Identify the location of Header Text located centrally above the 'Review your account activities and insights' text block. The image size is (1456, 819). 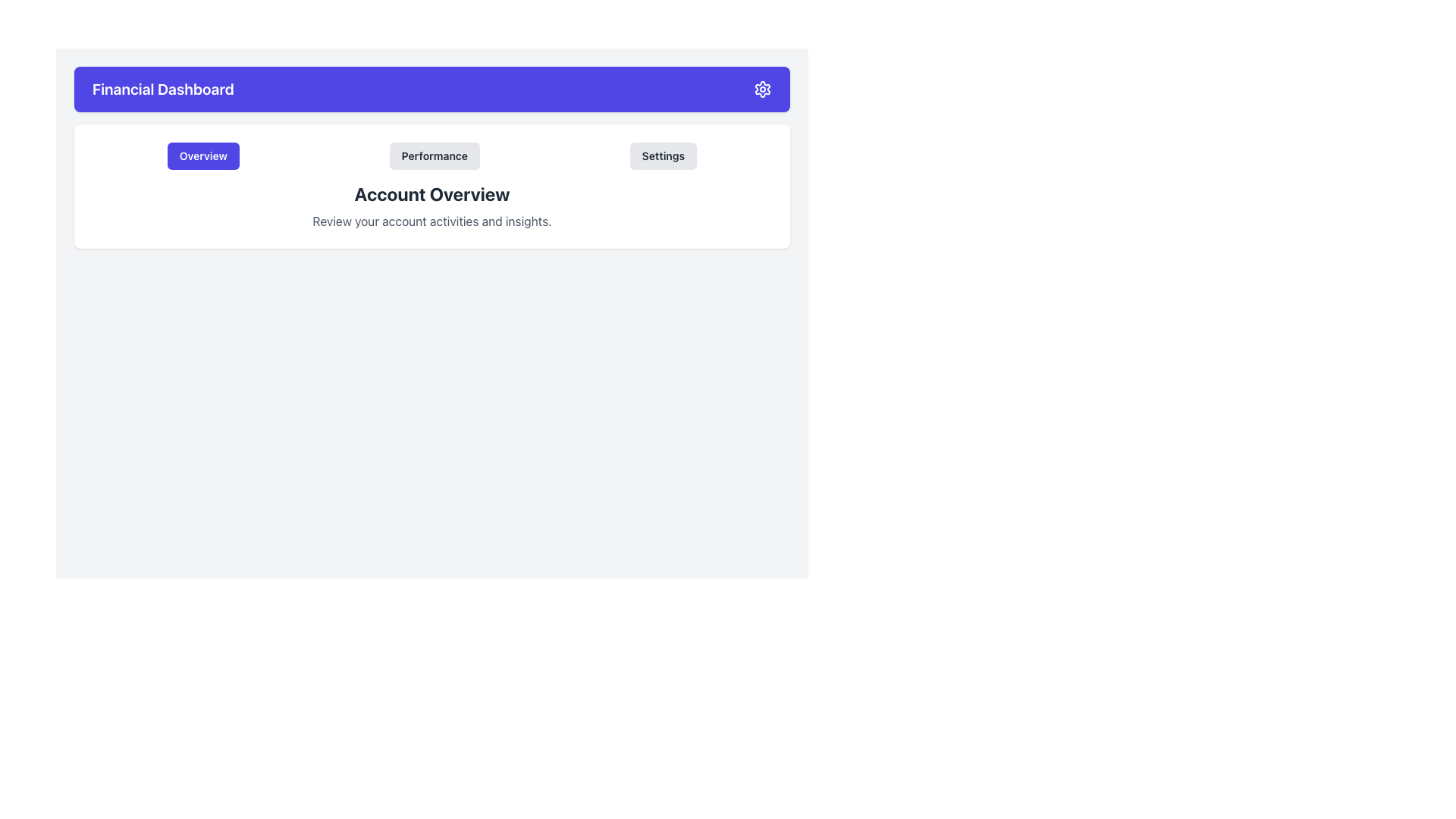
(431, 193).